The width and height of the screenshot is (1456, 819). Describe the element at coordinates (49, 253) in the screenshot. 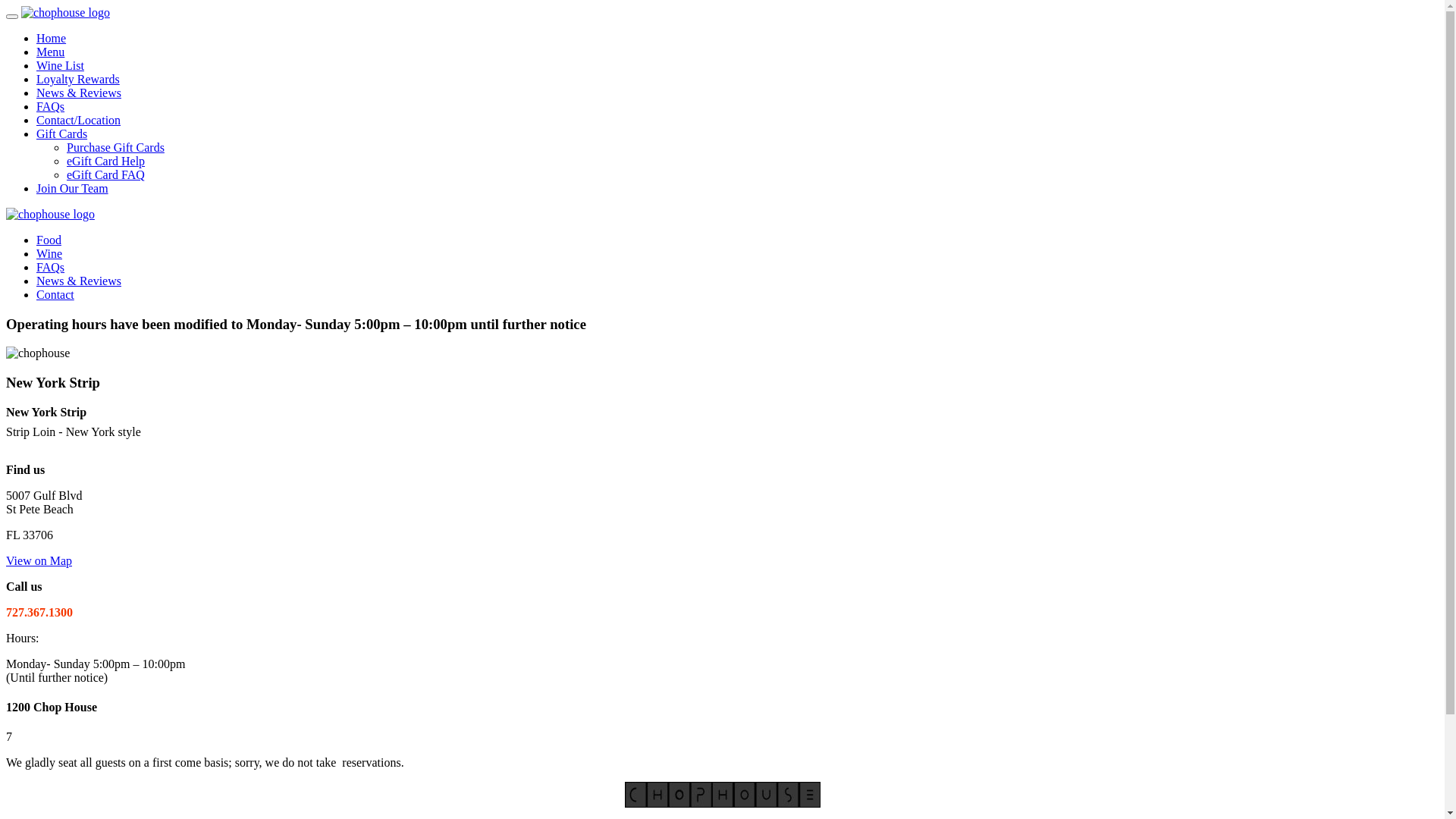

I see `'Wine'` at that location.